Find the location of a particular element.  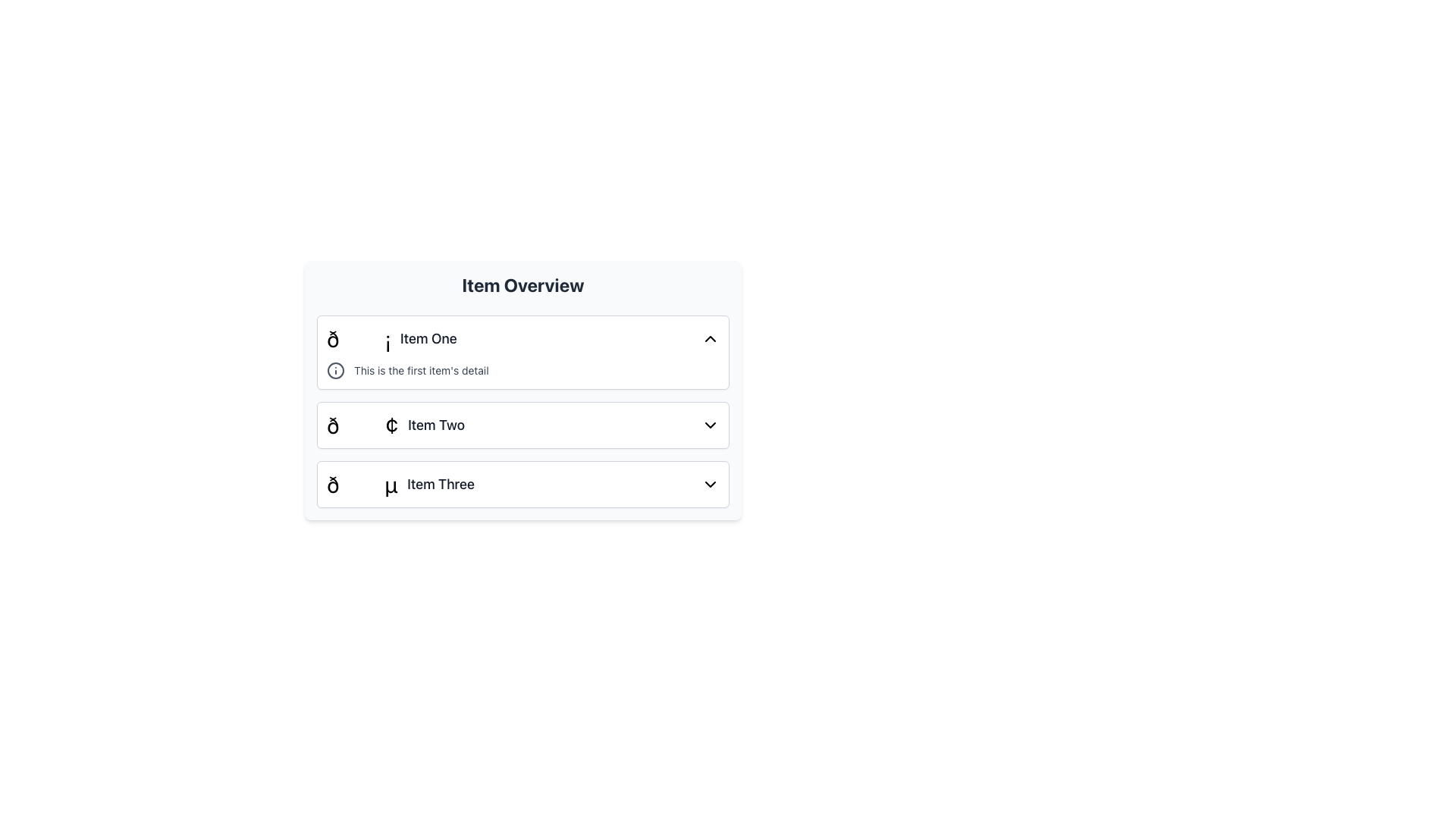

the chevron icon located at the far right of the 'Item Three' list entry is located at coordinates (709, 485).